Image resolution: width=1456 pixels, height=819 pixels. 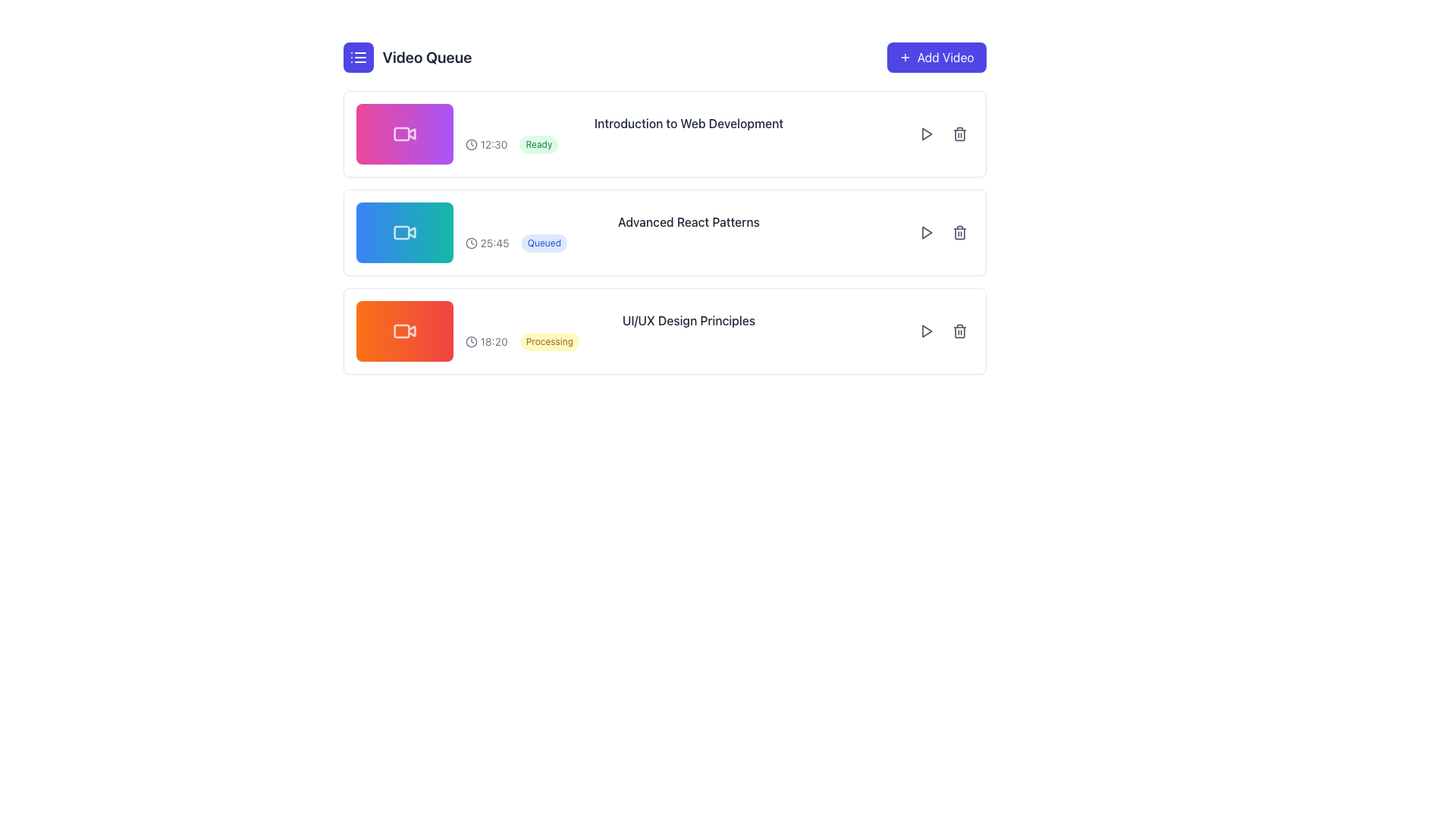 What do you see at coordinates (688, 133) in the screenshot?
I see `the descriptive label for the video queue entry located centrally in the first list item, to associate with the corresponding interactive elements like play and delete icons` at bounding box center [688, 133].